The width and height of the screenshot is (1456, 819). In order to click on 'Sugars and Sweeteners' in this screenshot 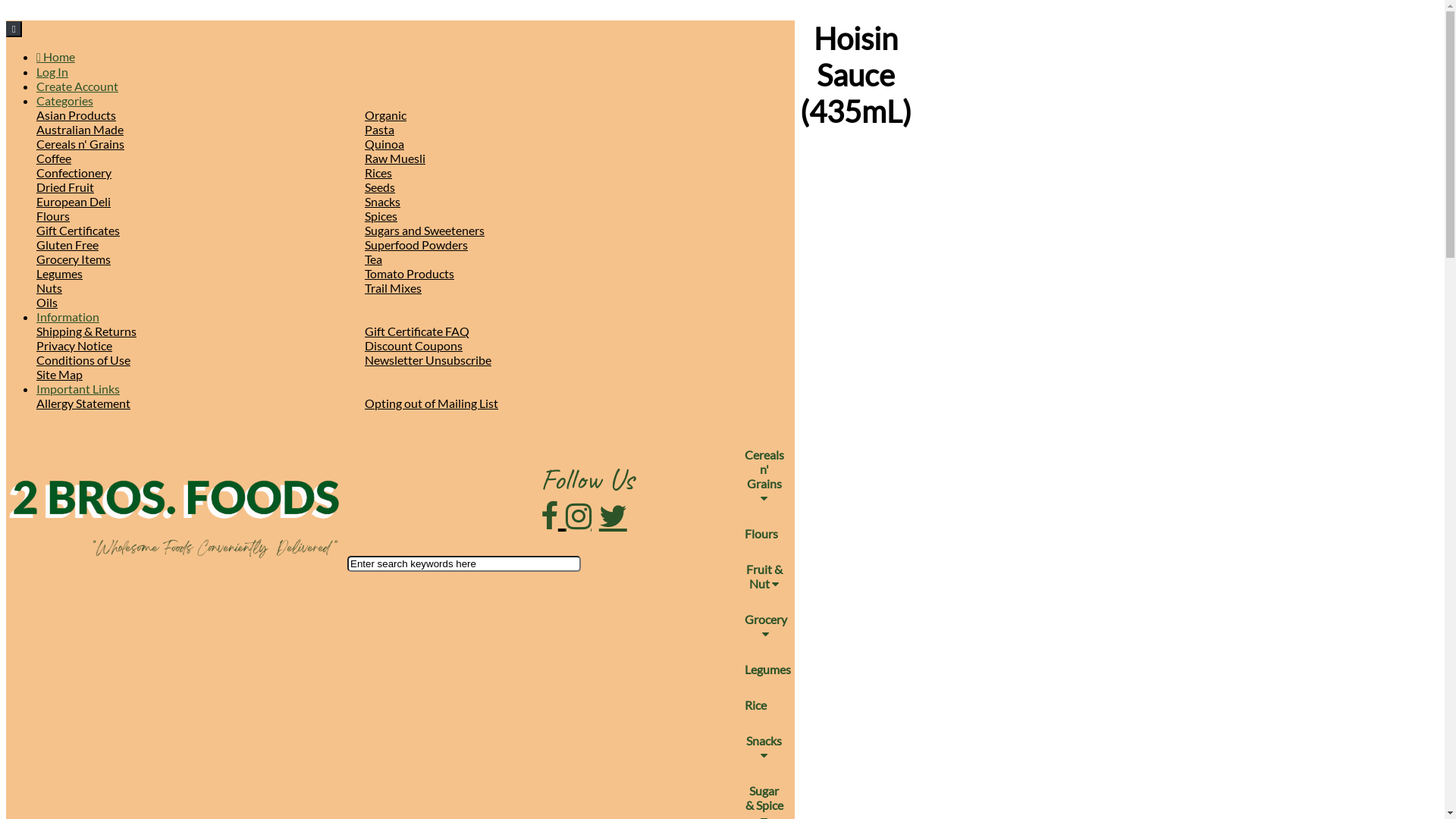, I will do `click(425, 230)`.